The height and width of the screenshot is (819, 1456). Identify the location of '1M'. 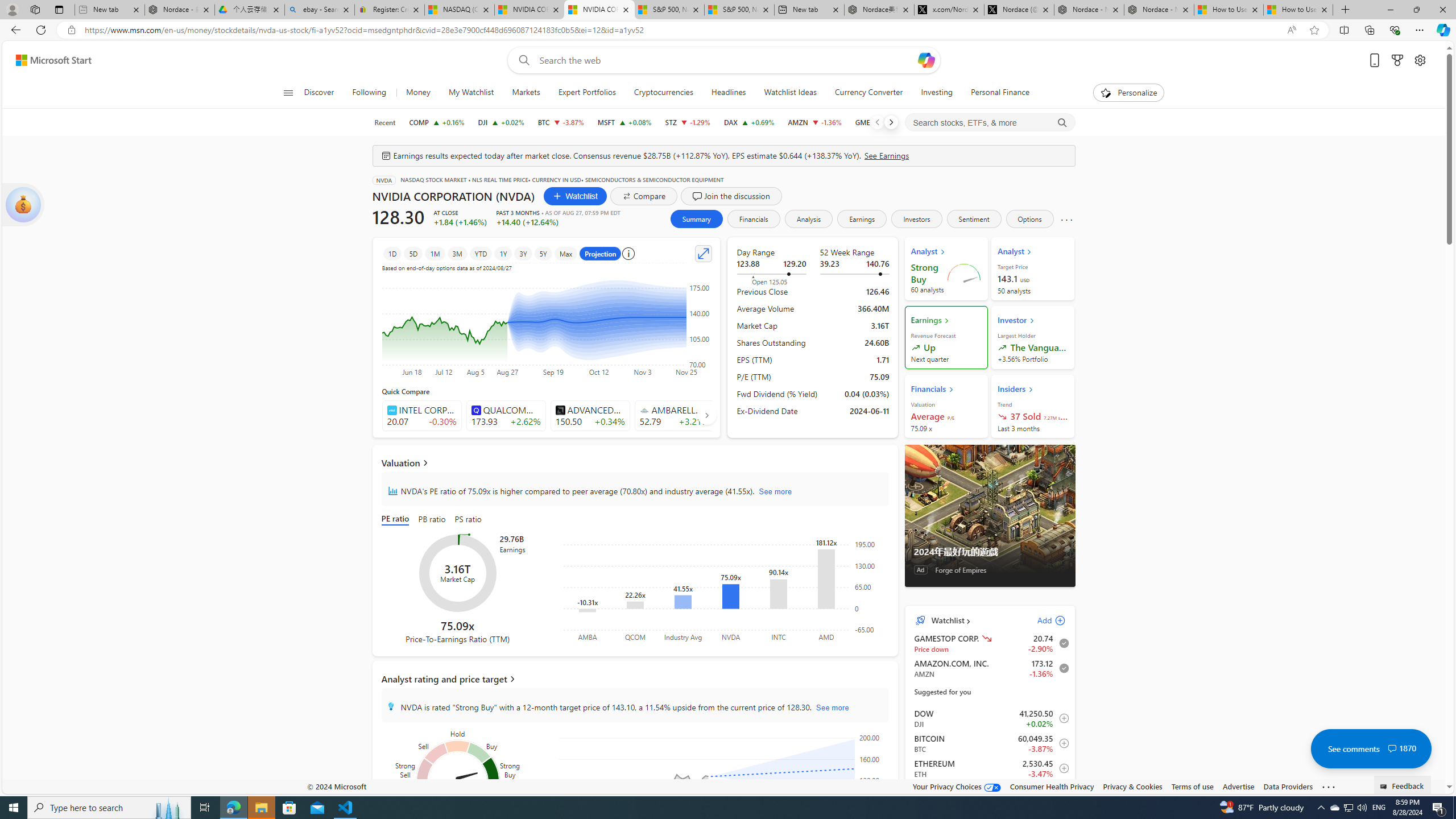
(435, 253).